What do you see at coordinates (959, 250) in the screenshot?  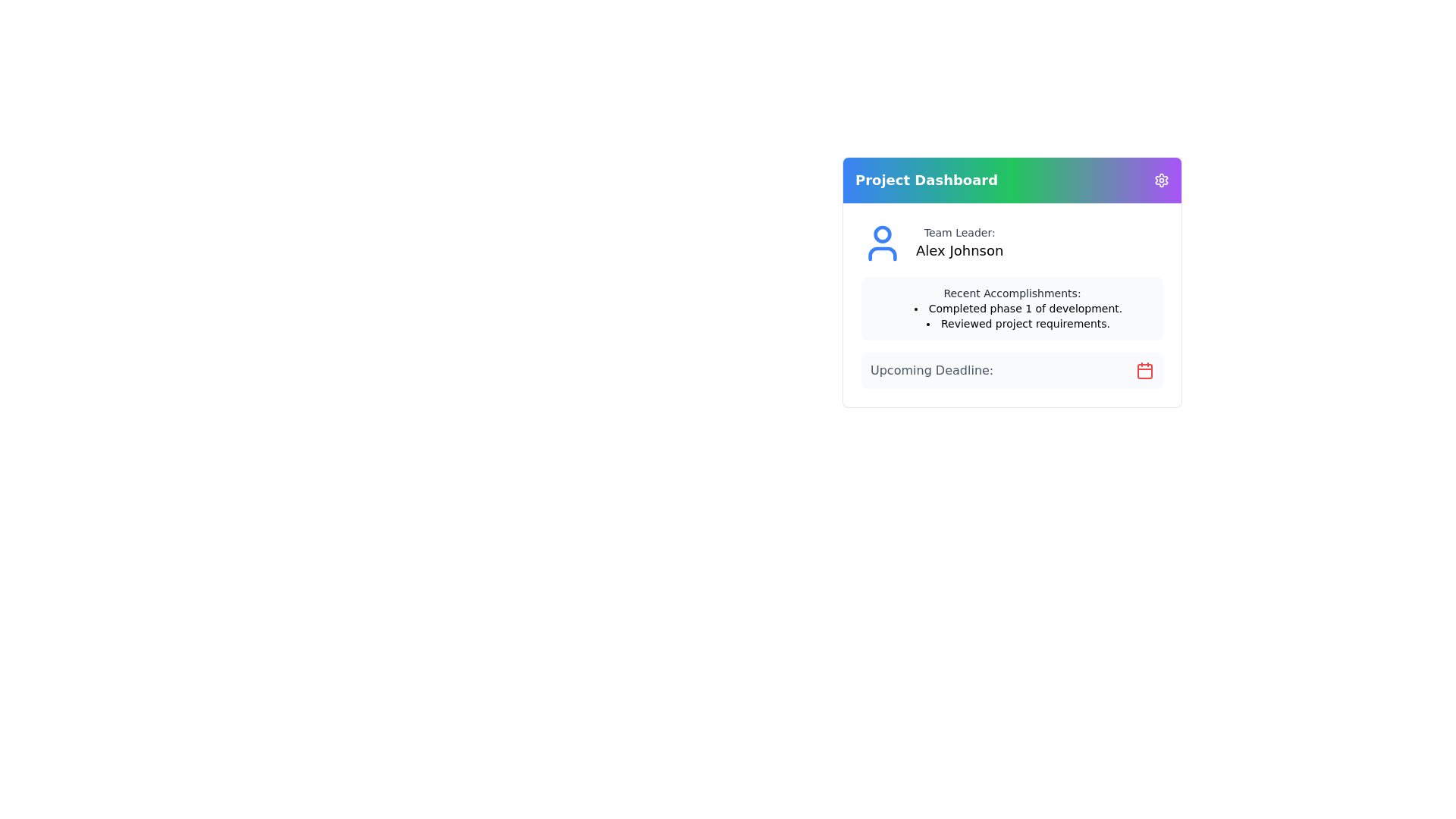 I see `the static text displaying the name 'Alex Johnson,' which identifies the Team Leader role in the Project Dashboard` at bounding box center [959, 250].